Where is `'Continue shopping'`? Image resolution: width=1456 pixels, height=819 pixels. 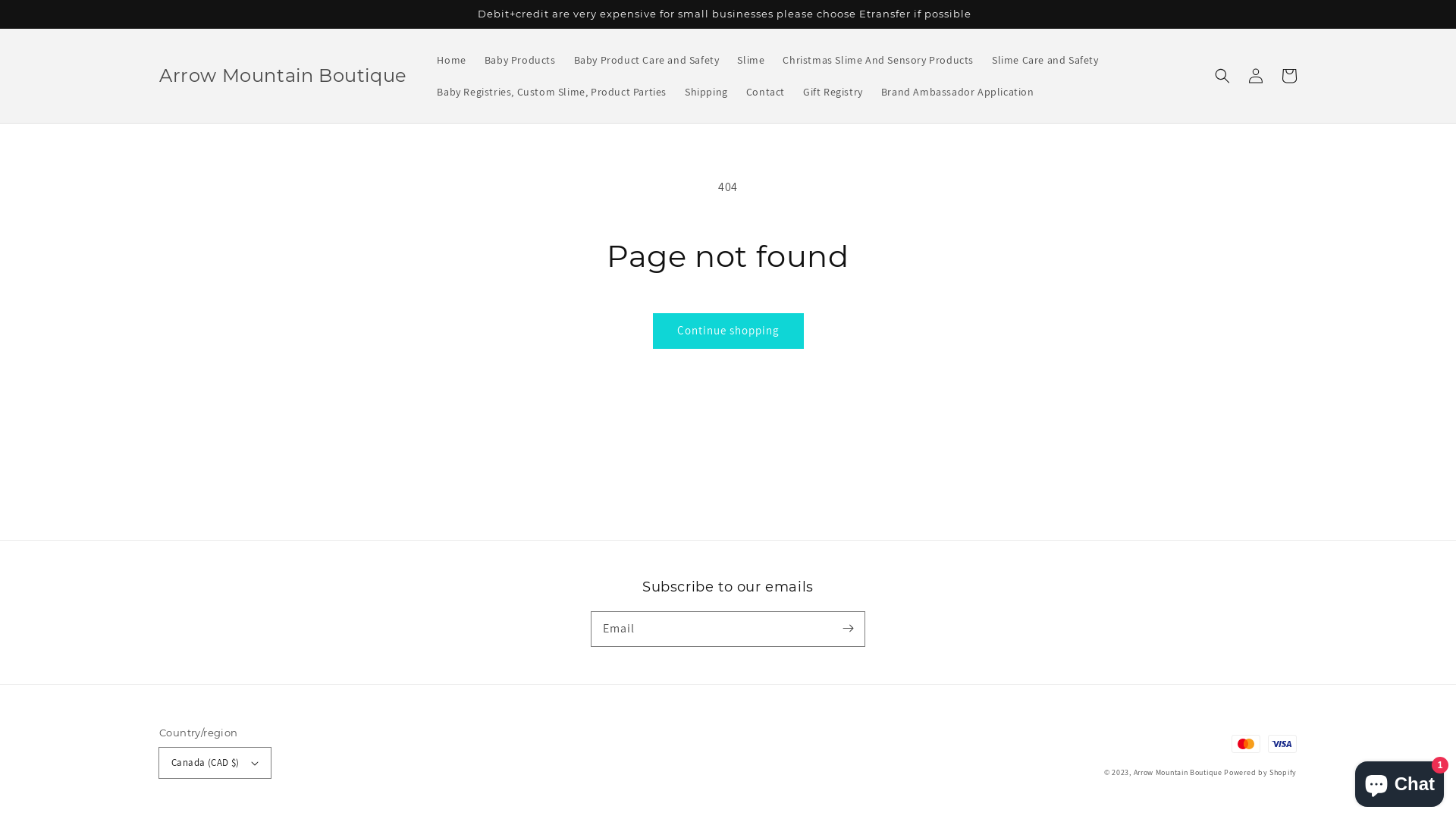
'Continue shopping' is located at coordinates (728, 330).